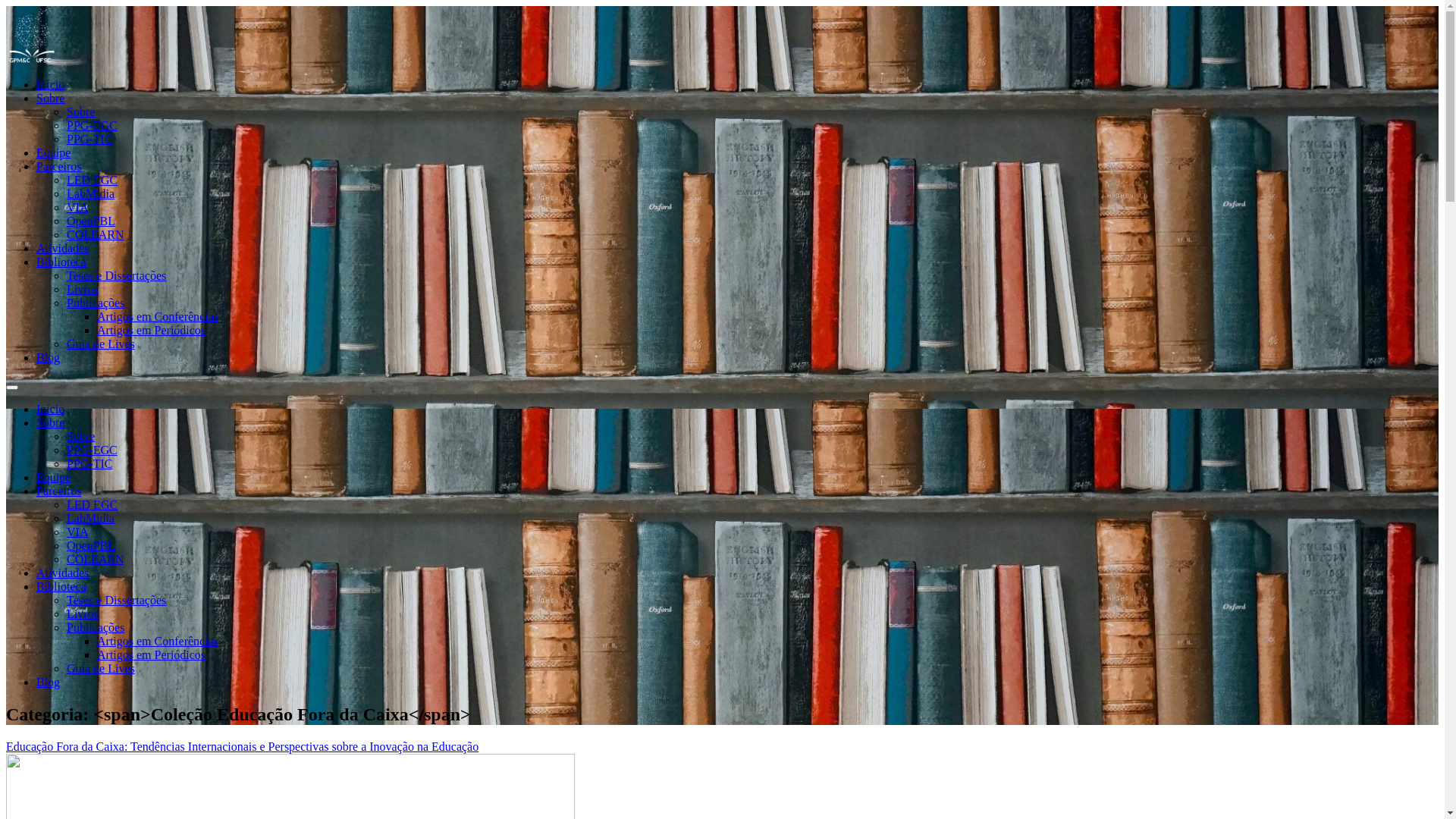 The height and width of the screenshot is (819, 1456). I want to click on 'Blog', so click(48, 357).